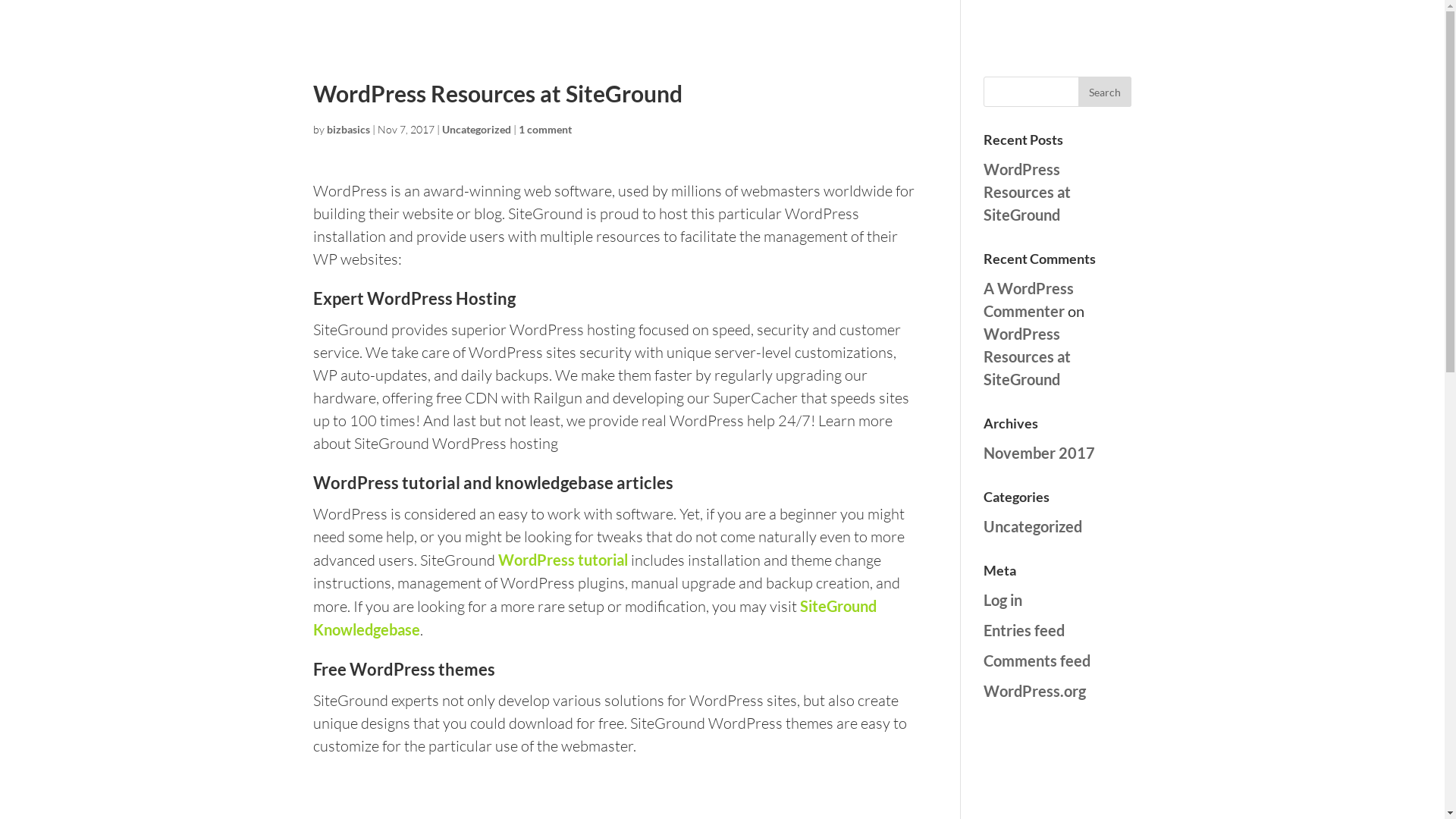 The height and width of the screenshot is (819, 1456). I want to click on 'Uncategorized', so click(983, 526).